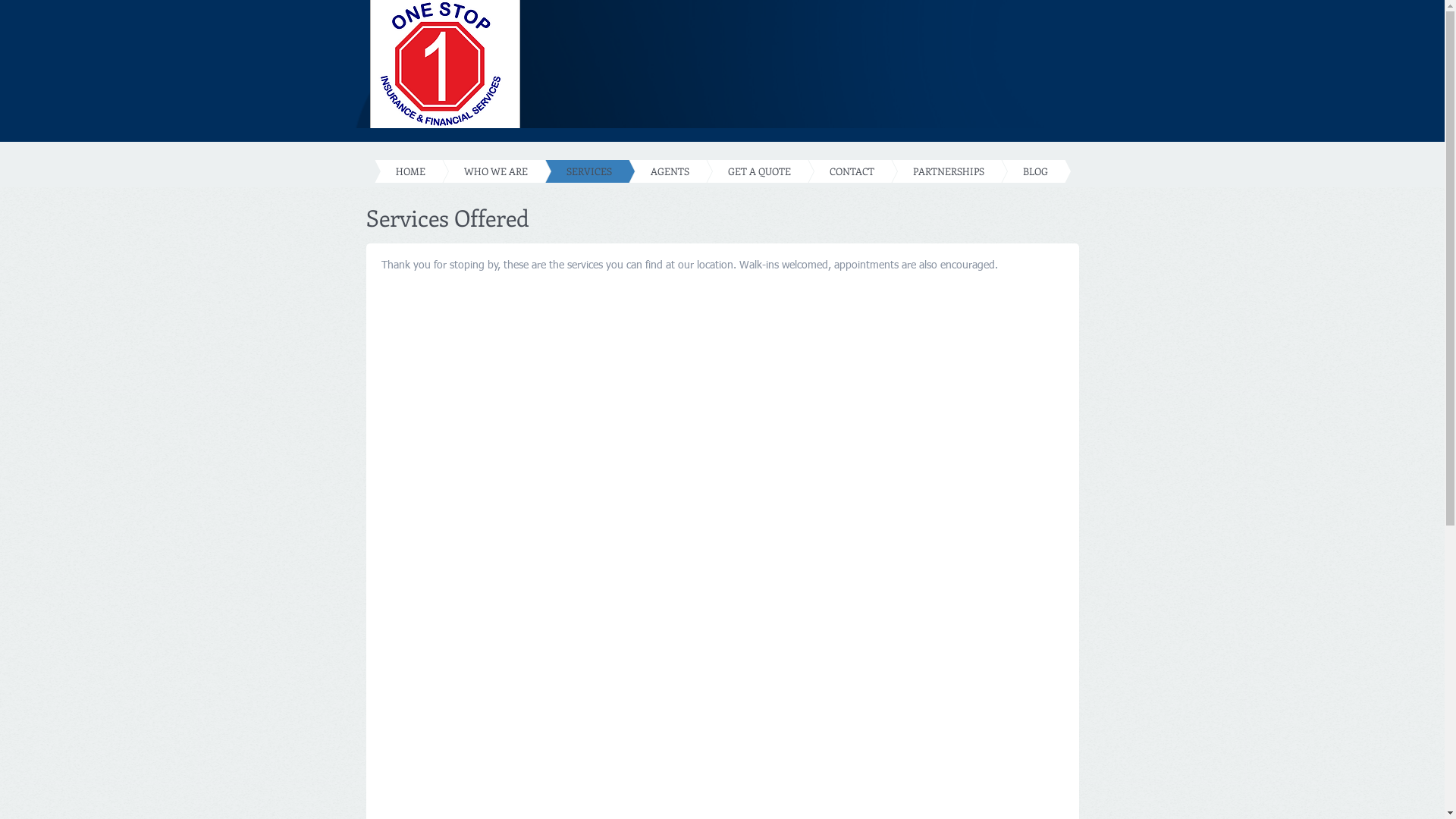  What do you see at coordinates (472, 171) in the screenshot?
I see `'WHO WE ARE'` at bounding box center [472, 171].